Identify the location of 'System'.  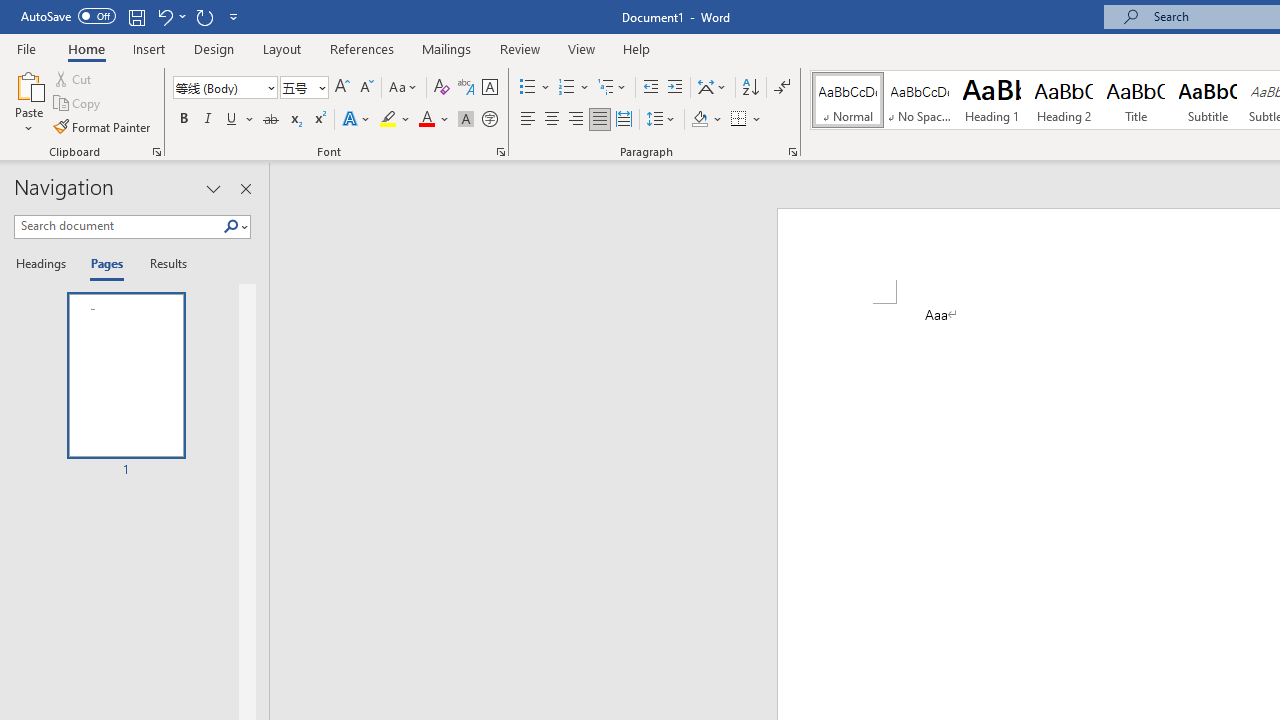
(10, 11).